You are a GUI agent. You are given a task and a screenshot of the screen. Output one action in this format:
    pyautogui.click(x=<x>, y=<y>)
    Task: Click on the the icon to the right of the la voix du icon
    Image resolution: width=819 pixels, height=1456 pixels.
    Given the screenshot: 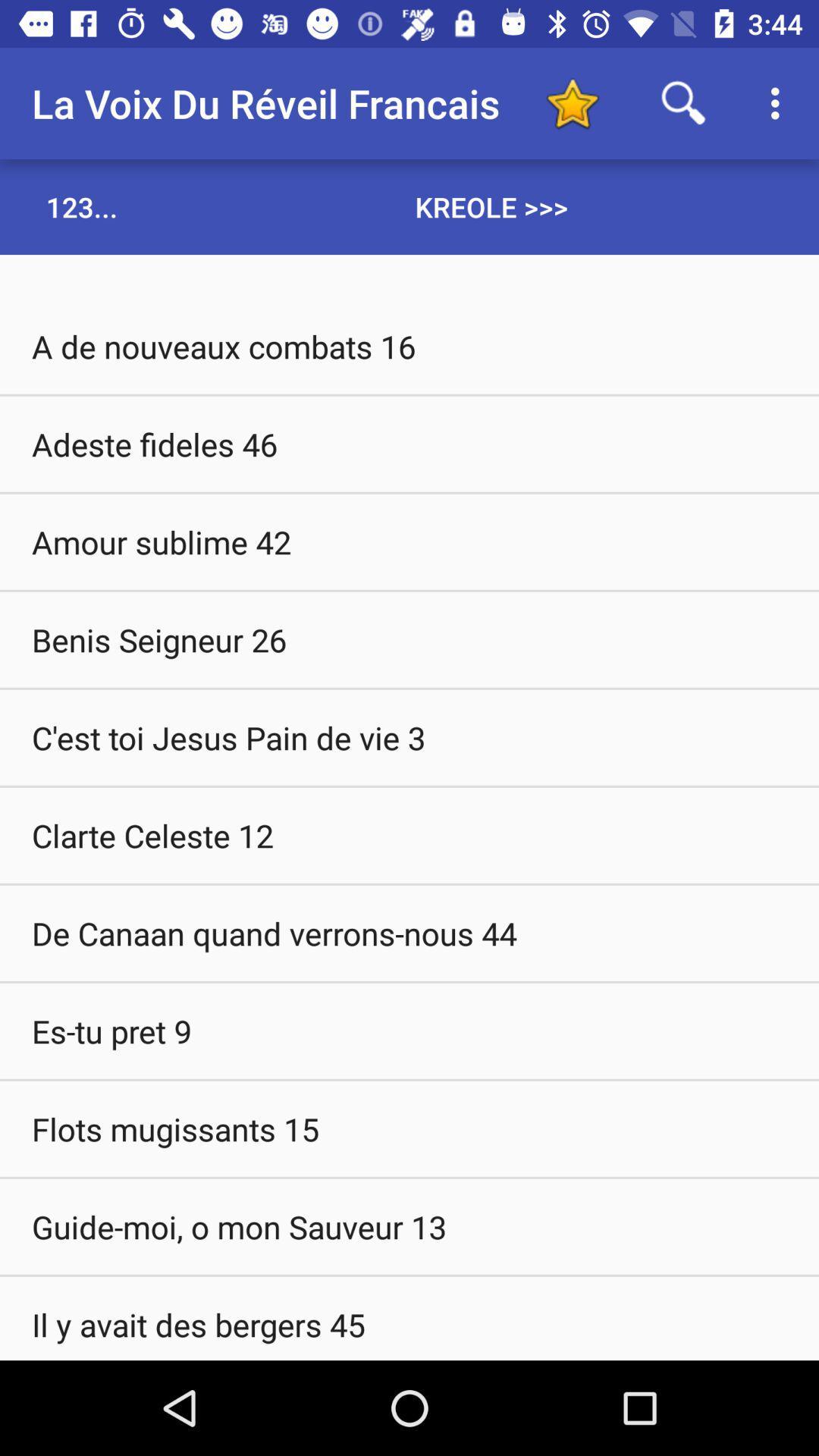 What is the action you would take?
    pyautogui.click(x=572, y=102)
    